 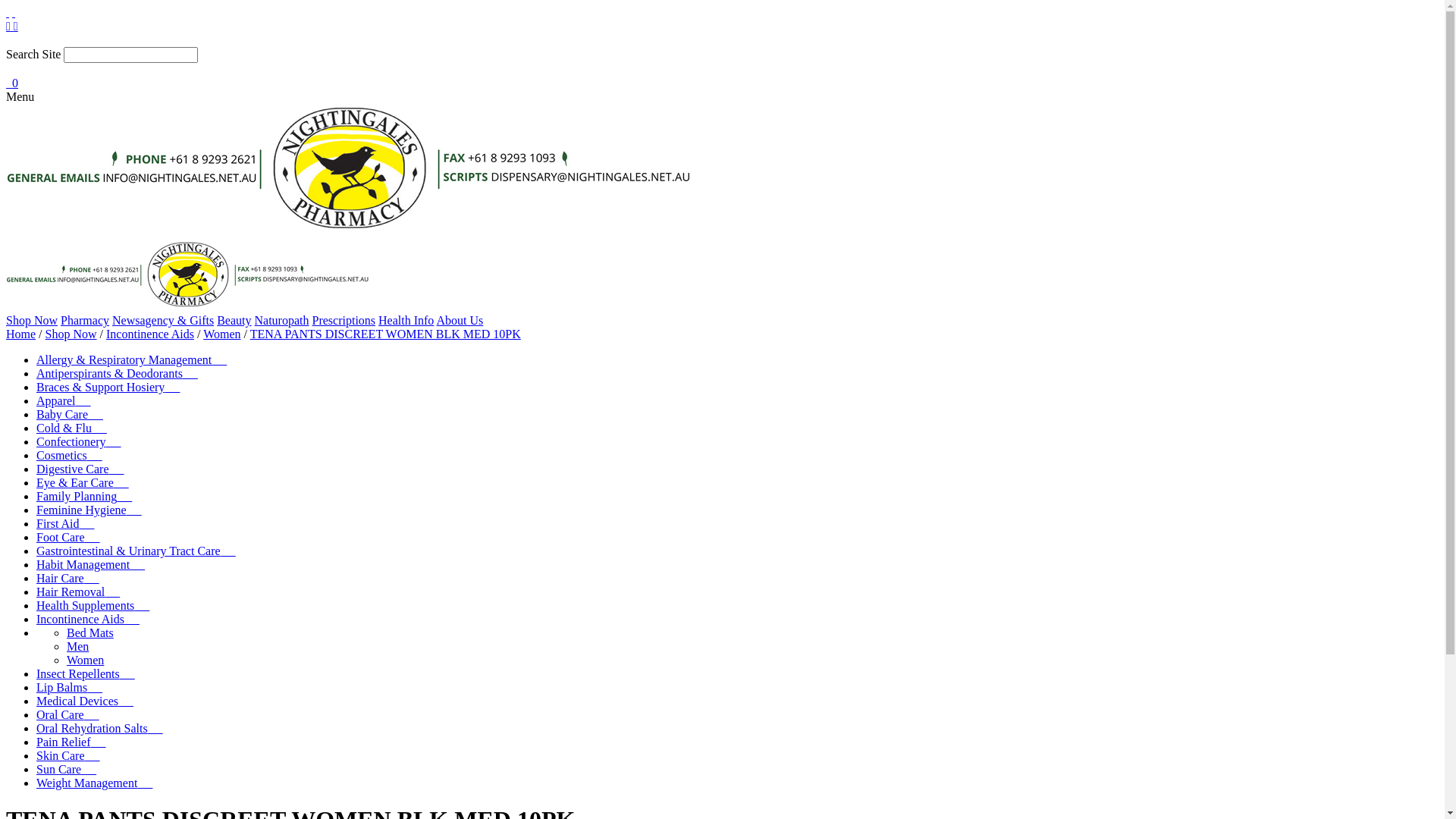 What do you see at coordinates (6, 319) in the screenshot?
I see `'Shop Now'` at bounding box center [6, 319].